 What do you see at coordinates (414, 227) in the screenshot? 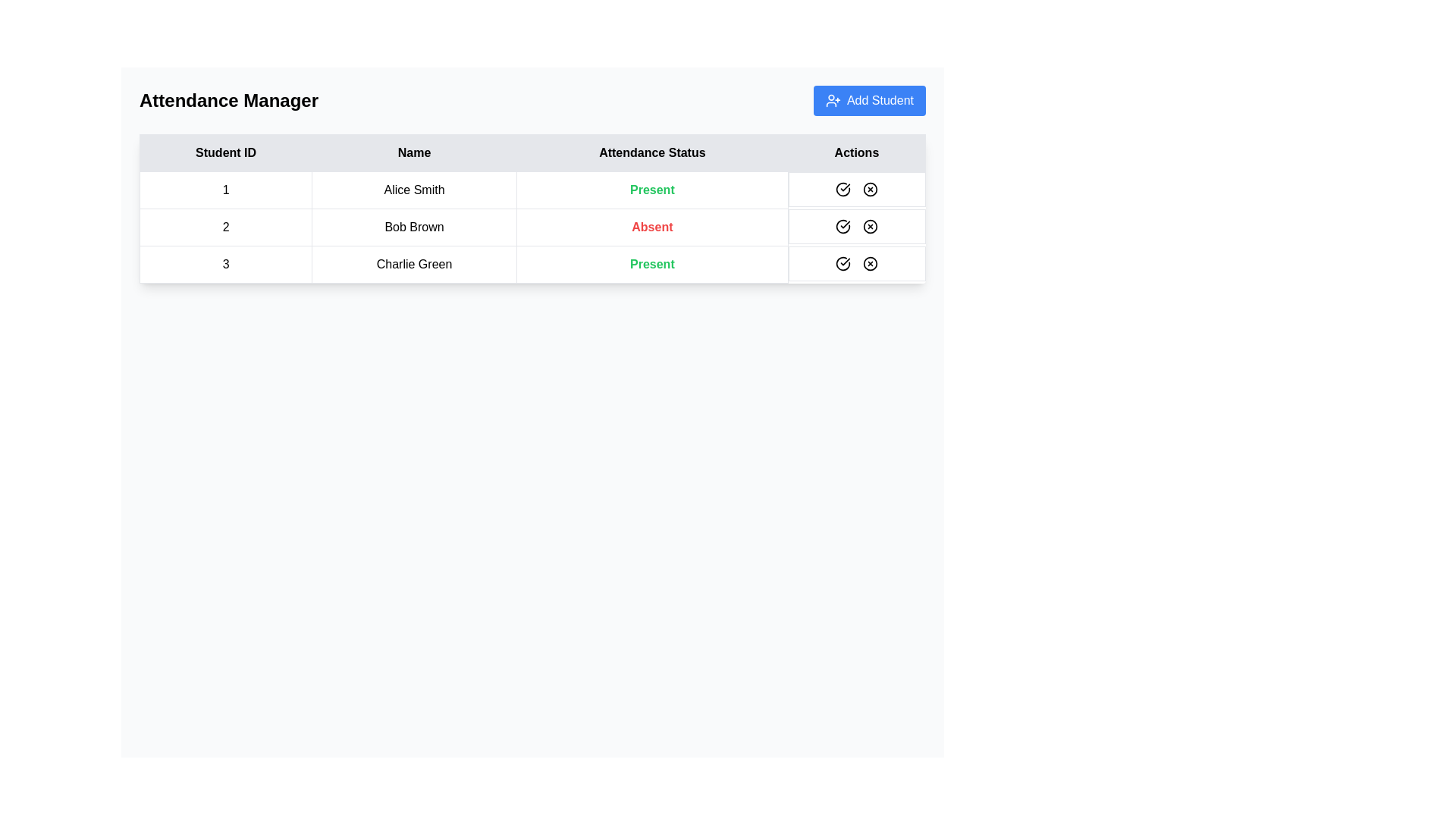
I see `text displayed for the student 'Bob Brown' located in the second row of the 'Name' column in the table, adjacent to '2' on the left and 'Absent' on the right` at bounding box center [414, 227].